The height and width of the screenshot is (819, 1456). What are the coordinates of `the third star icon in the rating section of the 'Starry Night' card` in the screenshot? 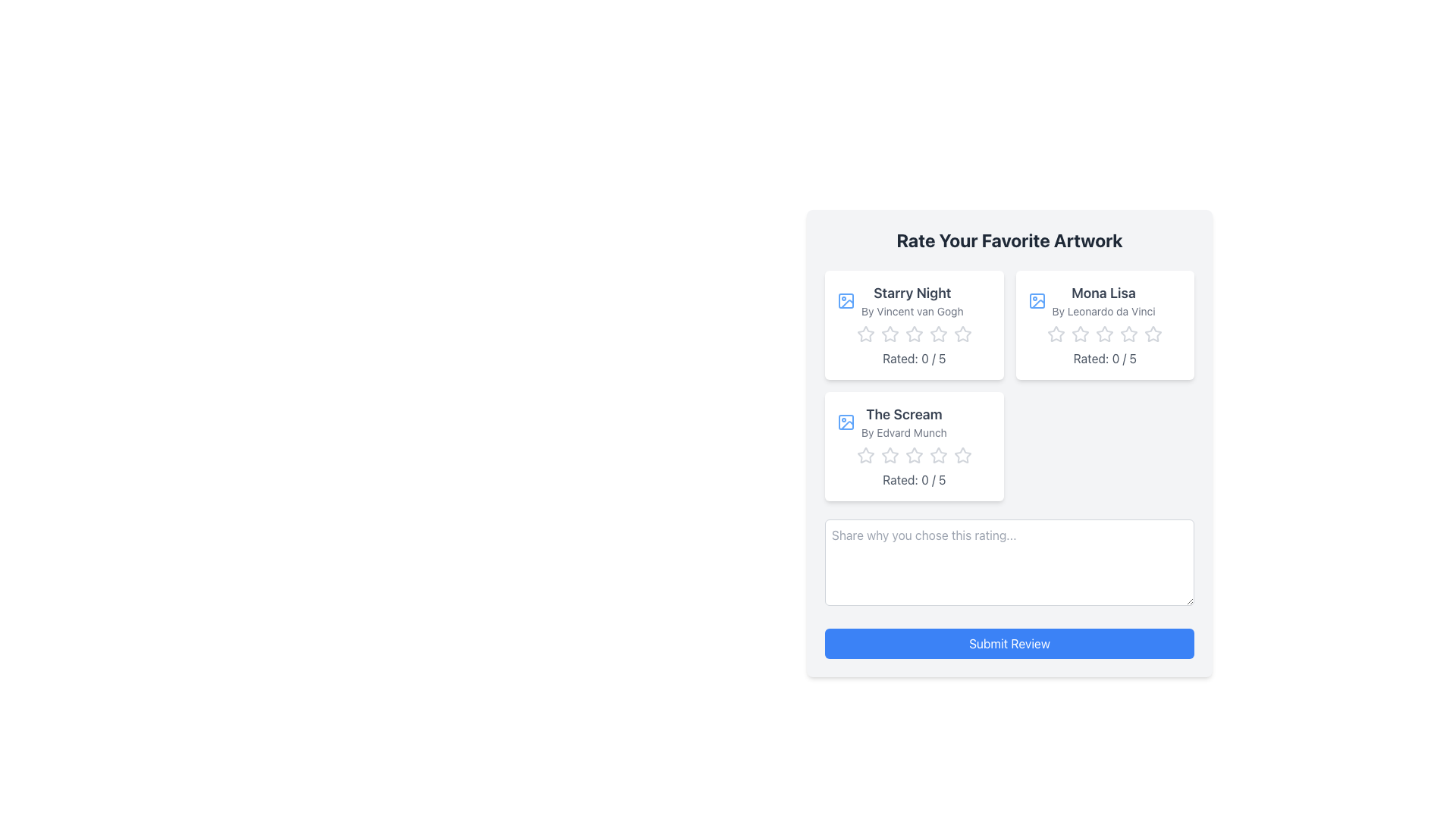 It's located at (937, 333).